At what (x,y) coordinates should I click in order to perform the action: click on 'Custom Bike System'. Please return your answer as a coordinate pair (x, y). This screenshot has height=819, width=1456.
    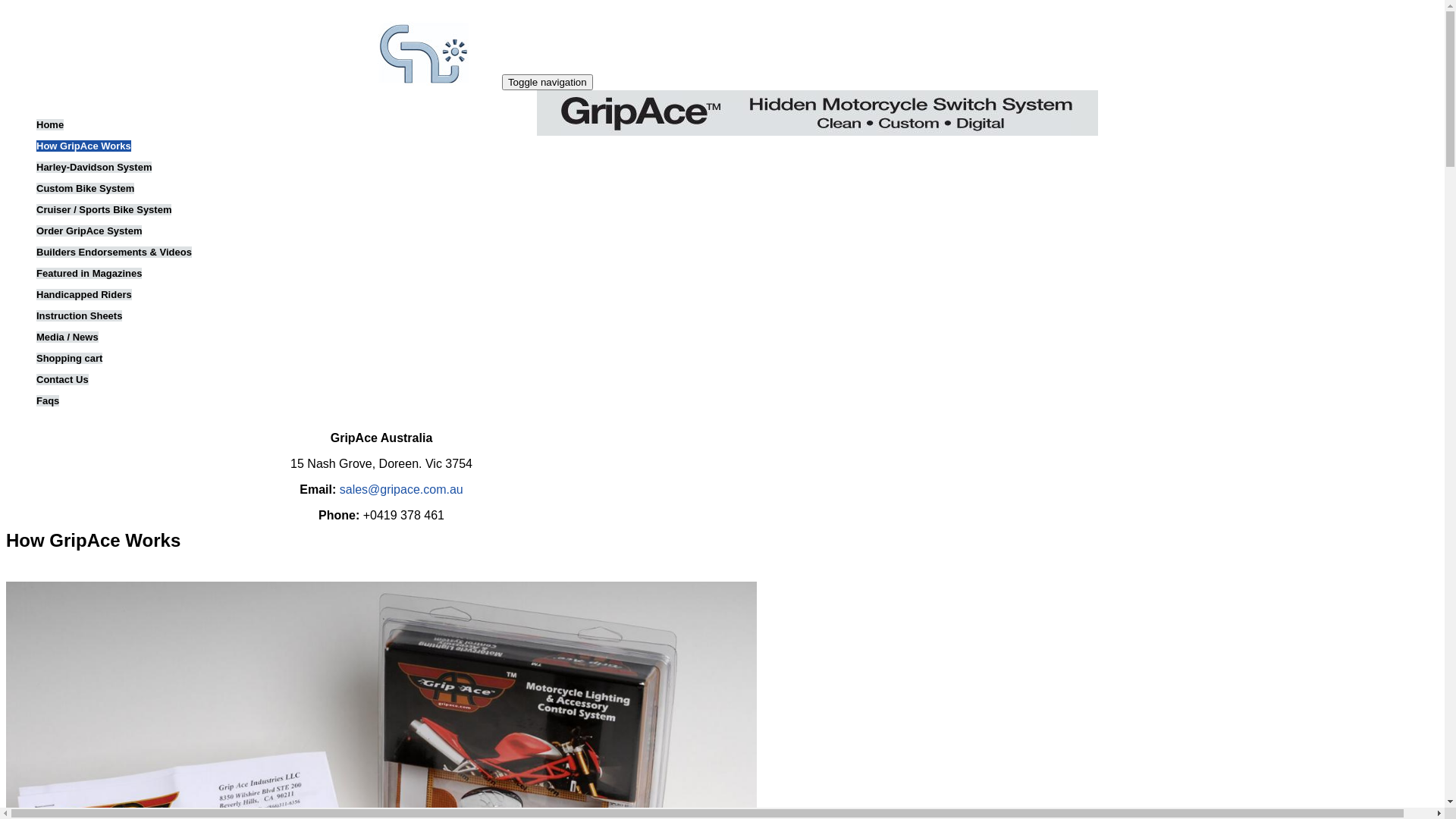
    Looking at the image, I should click on (84, 187).